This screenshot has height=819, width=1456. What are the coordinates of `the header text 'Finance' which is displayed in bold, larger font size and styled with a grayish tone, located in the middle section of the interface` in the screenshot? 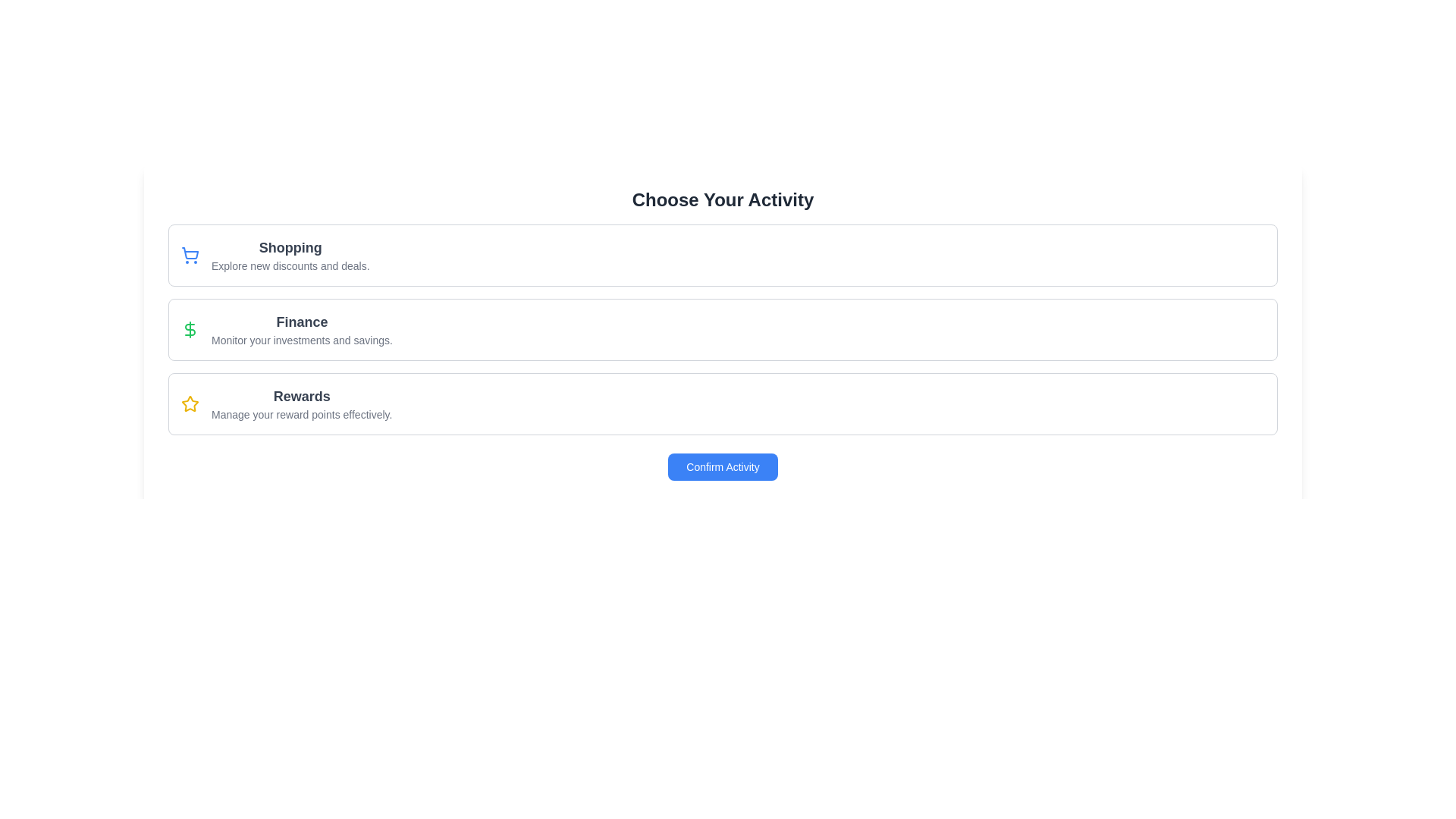 It's located at (302, 321).